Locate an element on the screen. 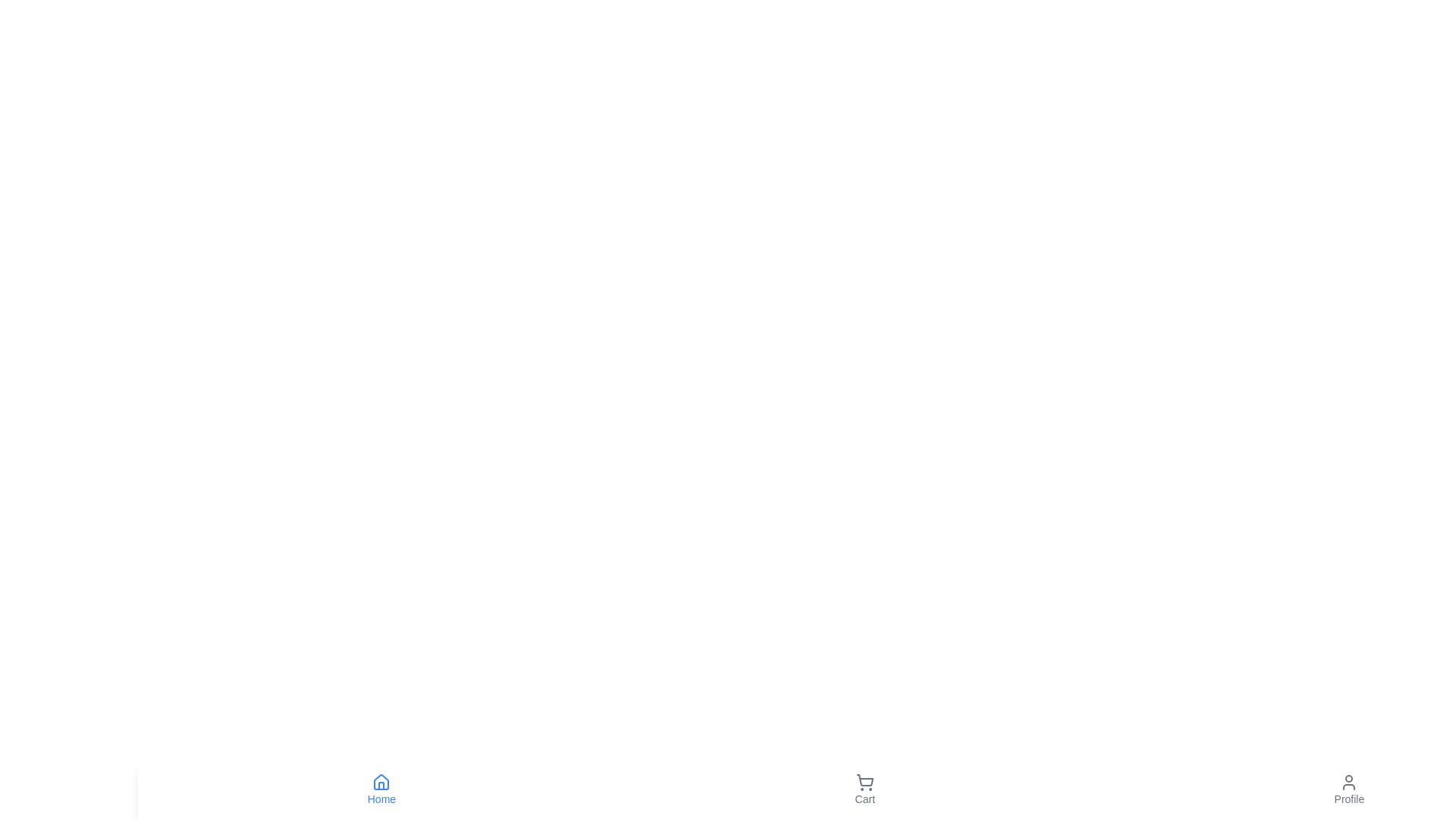 Image resolution: width=1456 pixels, height=819 pixels. the navigation item Profile is located at coordinates (1349, 789).